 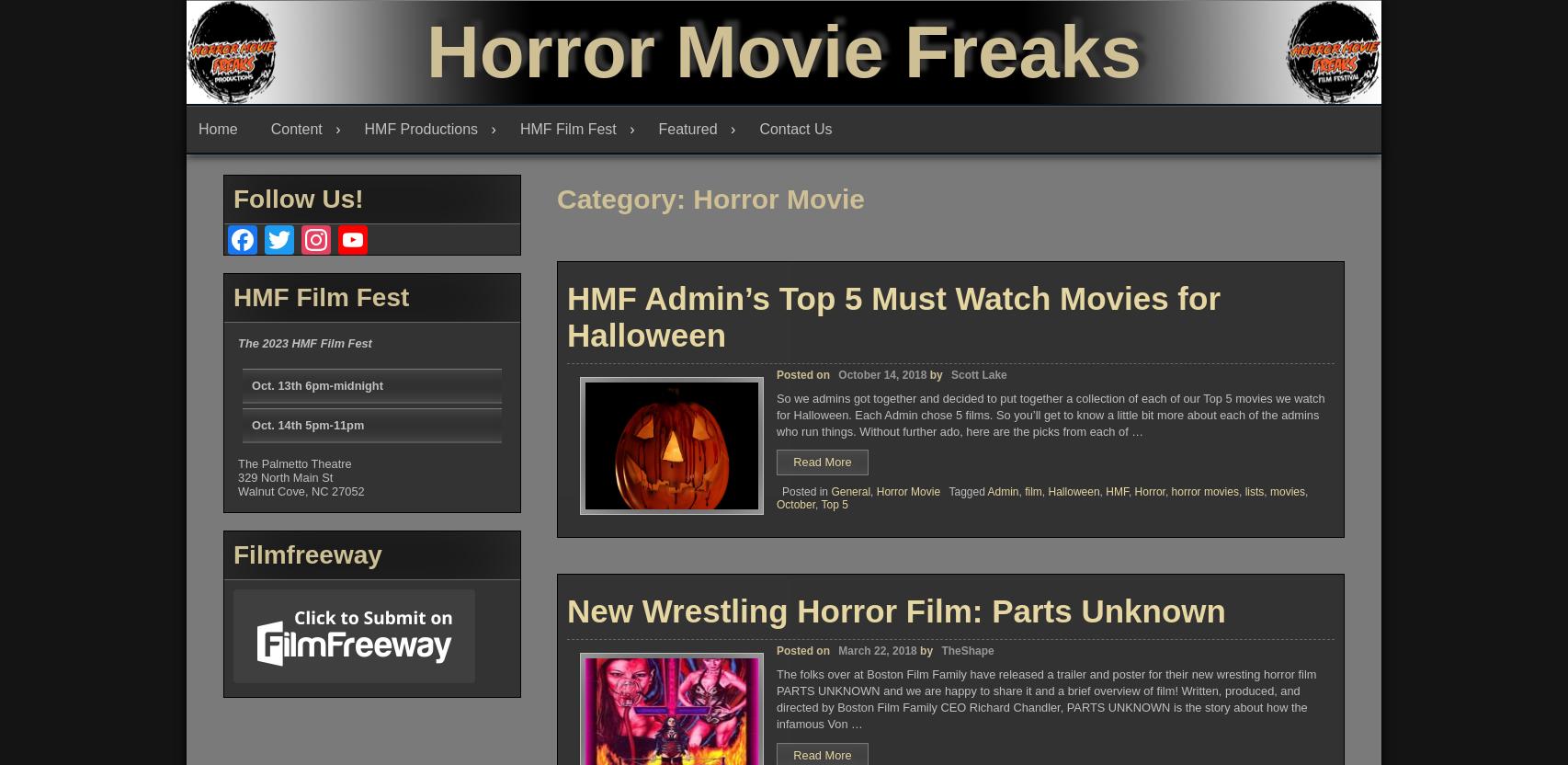 What do you see at coordinates (782, 51) in the screenshot?
I see `'Horror Movie Freaks'` at bounding box center [782, 51].